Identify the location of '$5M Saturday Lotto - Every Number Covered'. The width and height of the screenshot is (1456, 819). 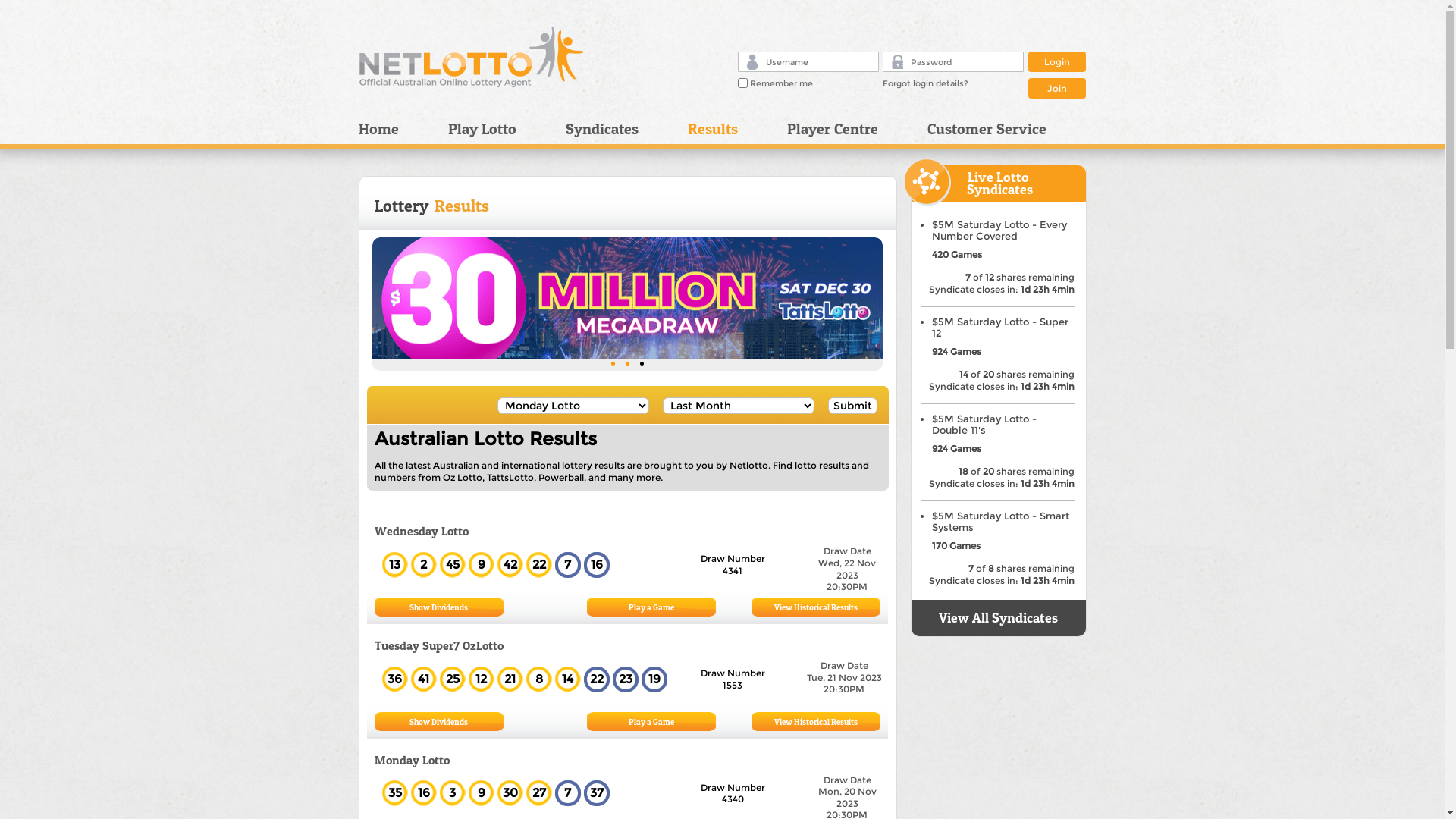
(930, 231).